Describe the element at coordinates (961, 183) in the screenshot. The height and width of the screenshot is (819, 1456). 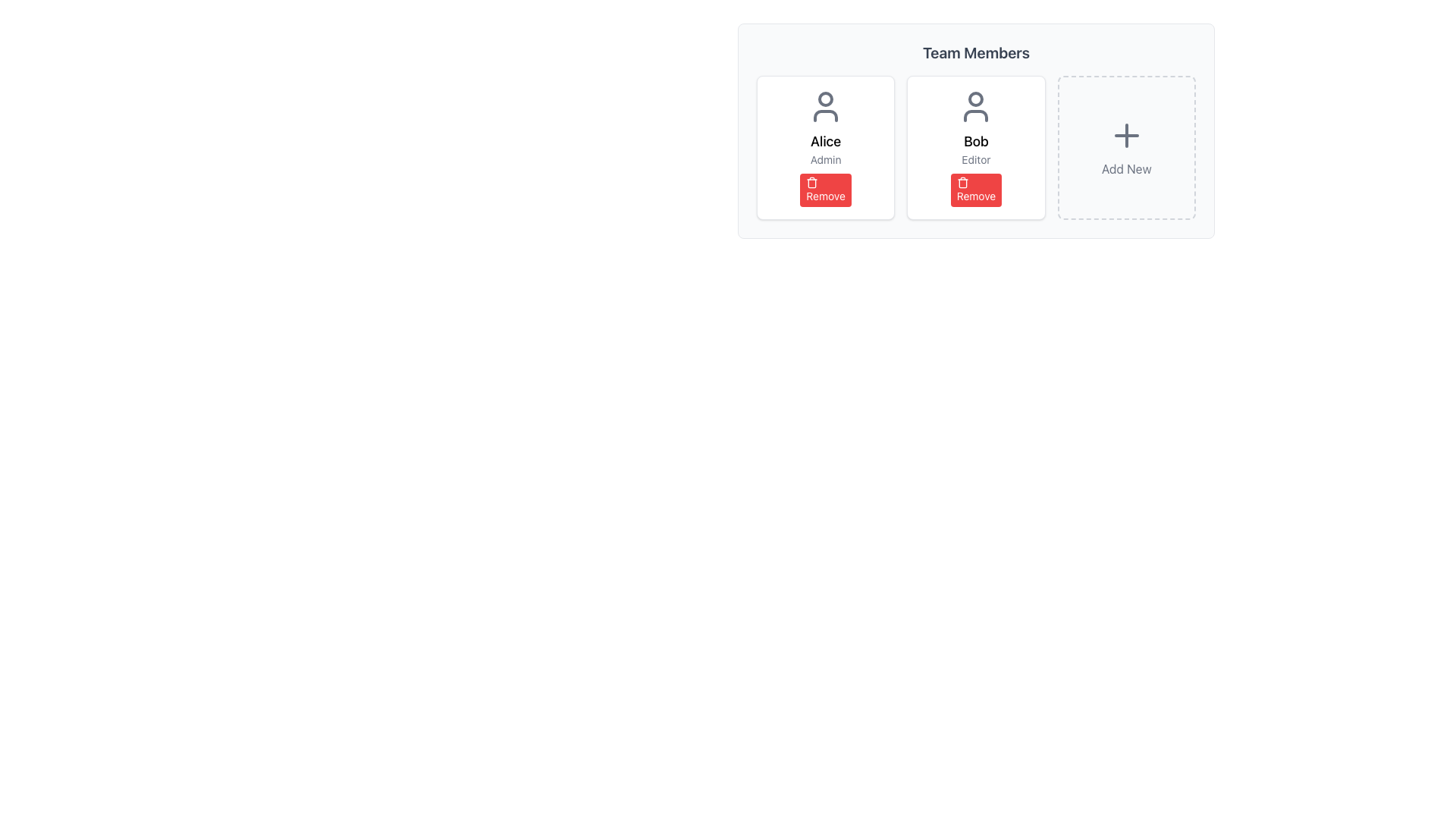
I see `the 'Remove' button located above the trash can icon in the 'Team Members' section, which is part of the Bob member card` at that location.